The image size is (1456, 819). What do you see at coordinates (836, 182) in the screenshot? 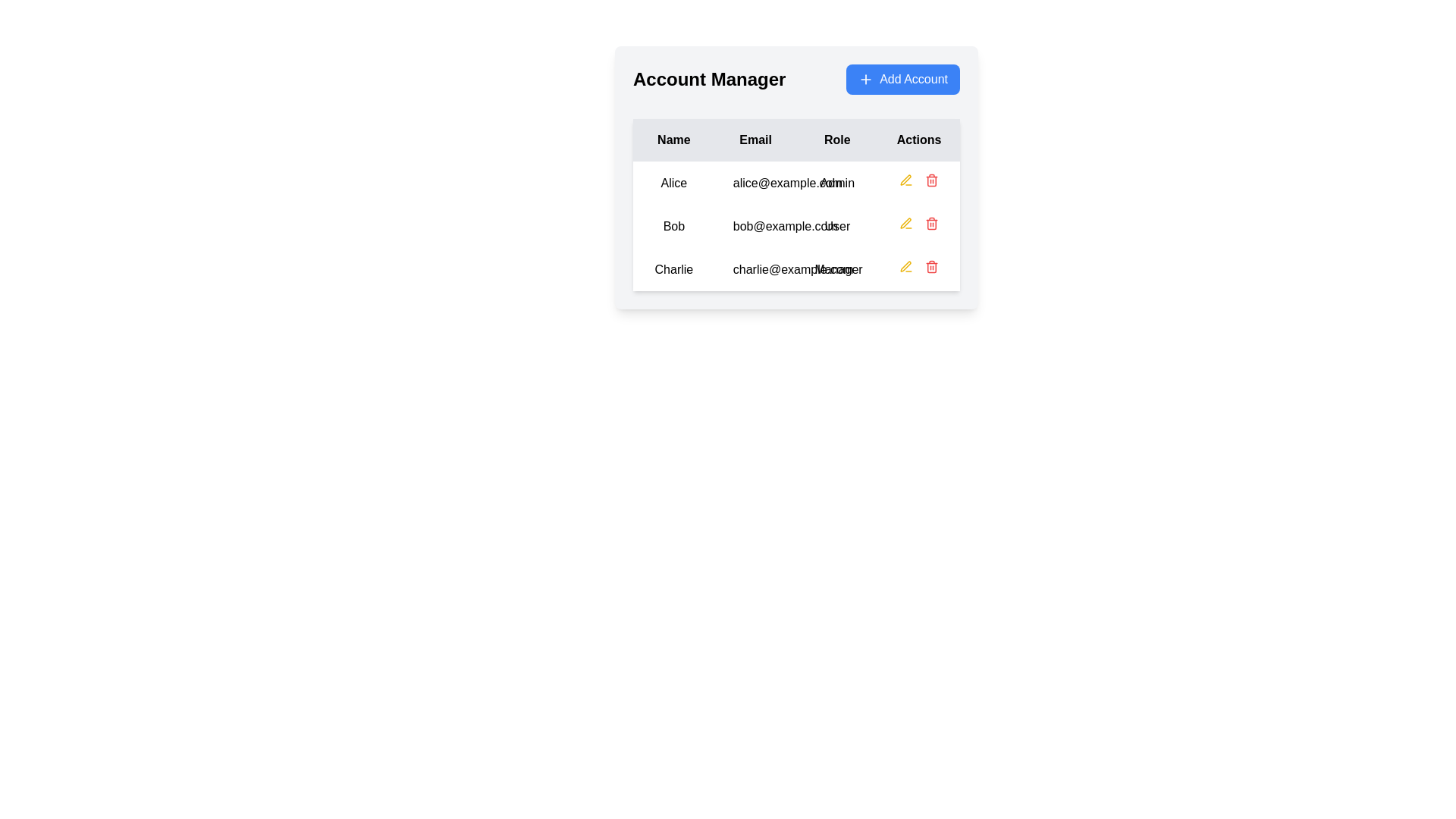
I see `the 'Admin' text label that indicates the user's role in the user details grid, located in the first row under the 'Role' header` at bounding box center [836, 182].